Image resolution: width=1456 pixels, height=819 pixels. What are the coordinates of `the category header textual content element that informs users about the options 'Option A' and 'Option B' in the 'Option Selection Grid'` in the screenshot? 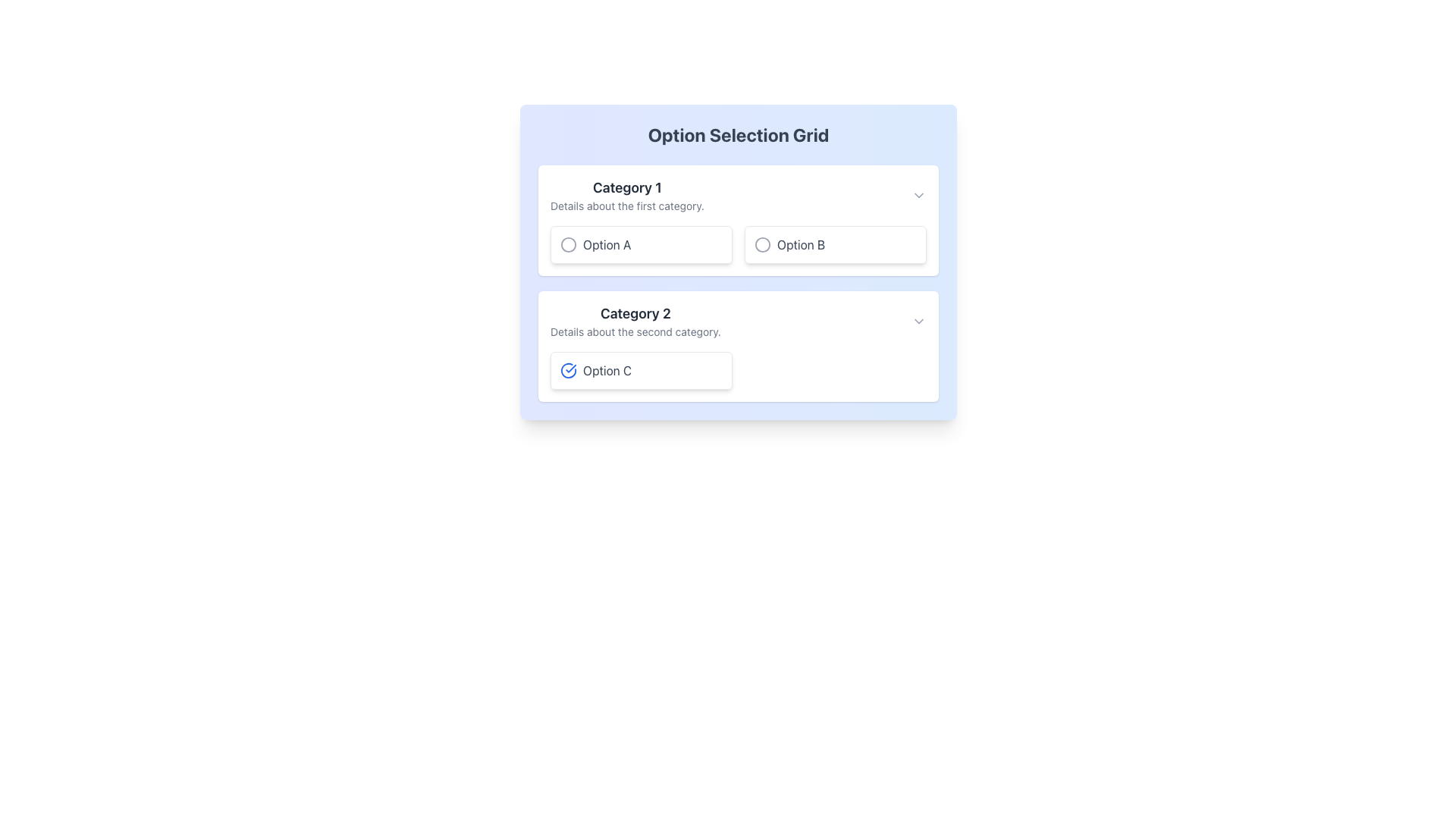 It's located at (627, 195).